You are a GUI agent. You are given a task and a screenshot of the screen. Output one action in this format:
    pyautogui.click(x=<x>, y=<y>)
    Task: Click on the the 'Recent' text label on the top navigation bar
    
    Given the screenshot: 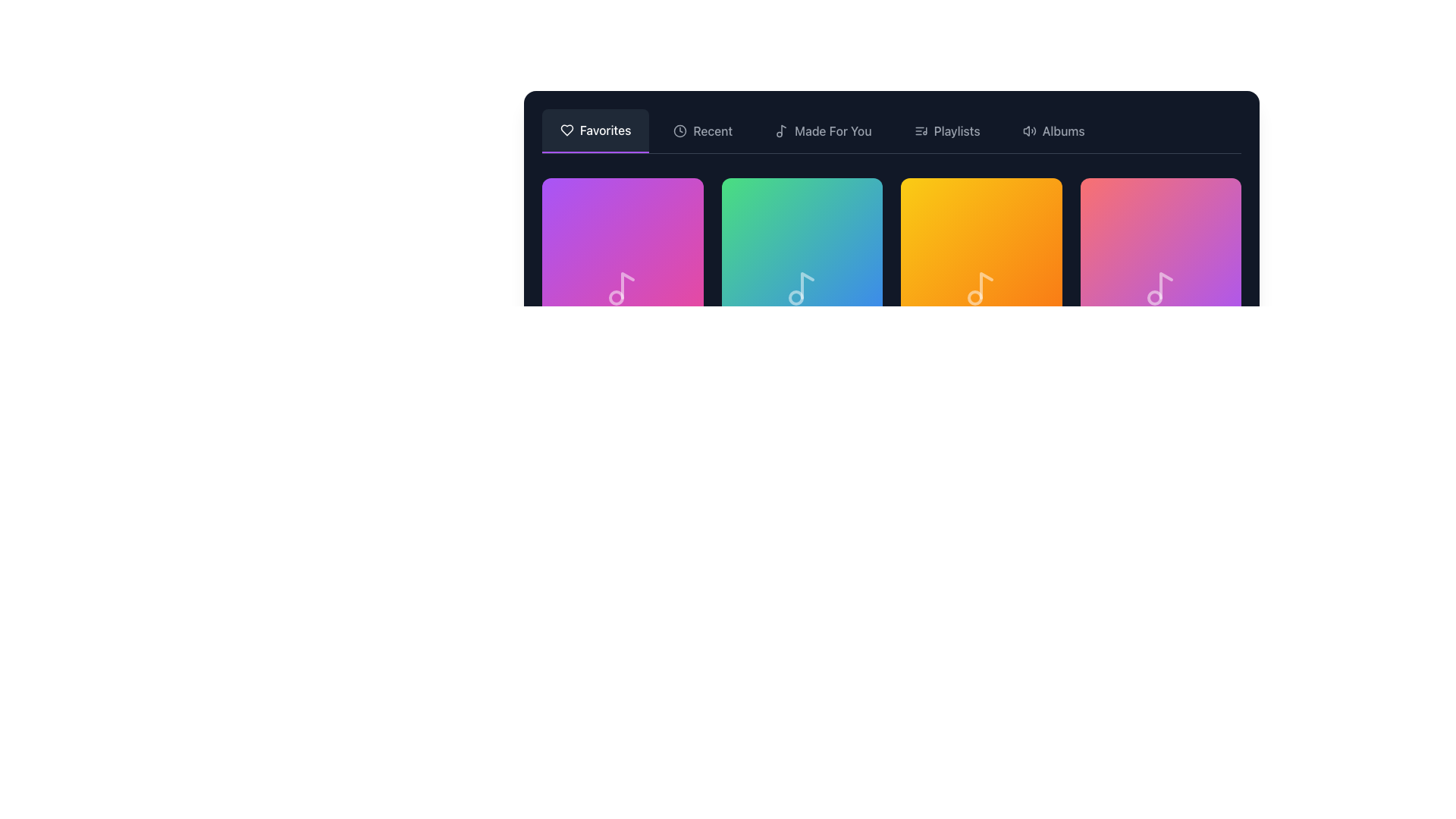 What is the action you would take?
    pyautogui.click(x=712, y=130)
    